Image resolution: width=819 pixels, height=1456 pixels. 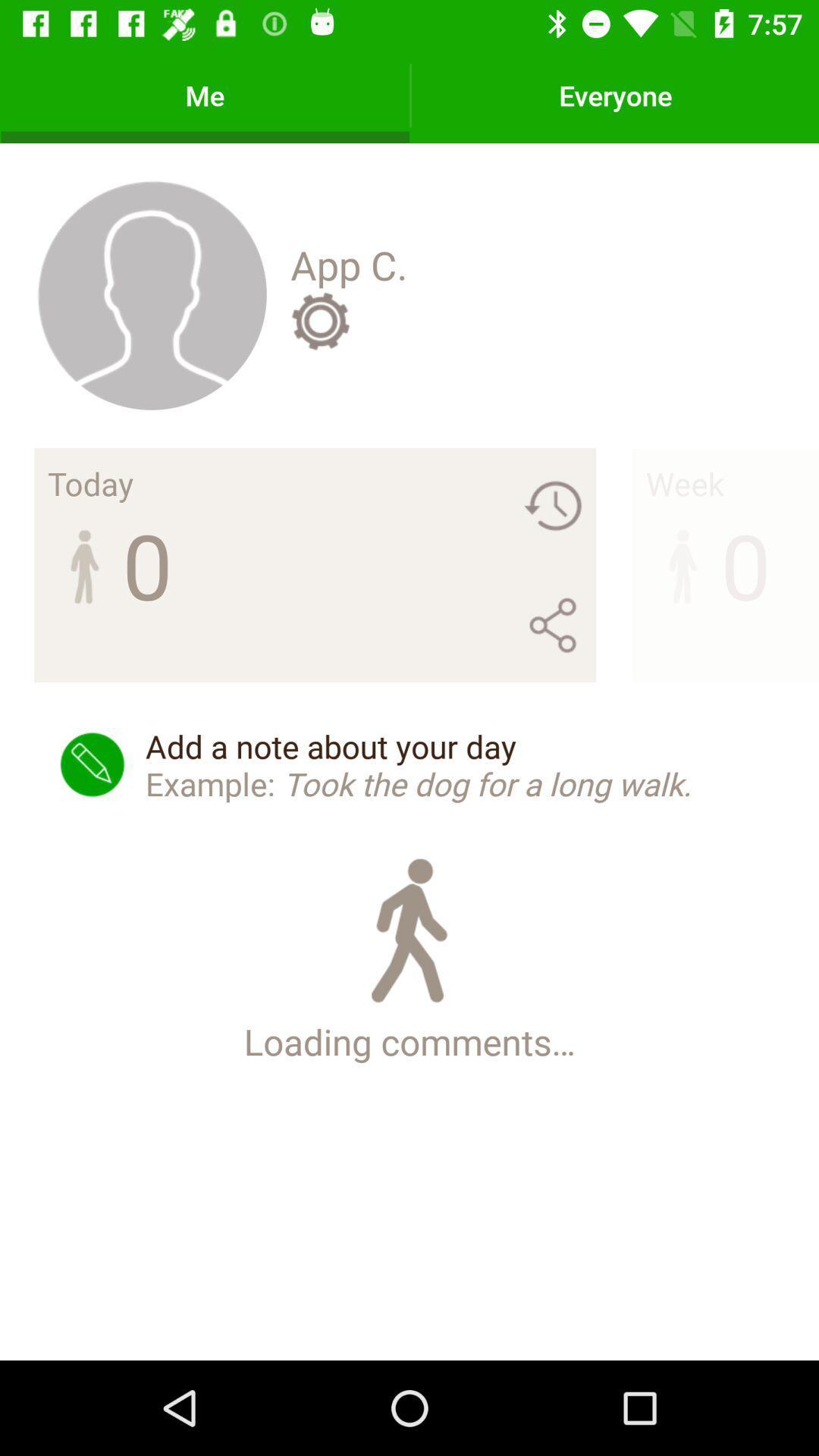 What do you see at coordinates (151, 294) in the screenshot?
I see `the icon to the left of app c. icon` at bounding box center [151, 294].